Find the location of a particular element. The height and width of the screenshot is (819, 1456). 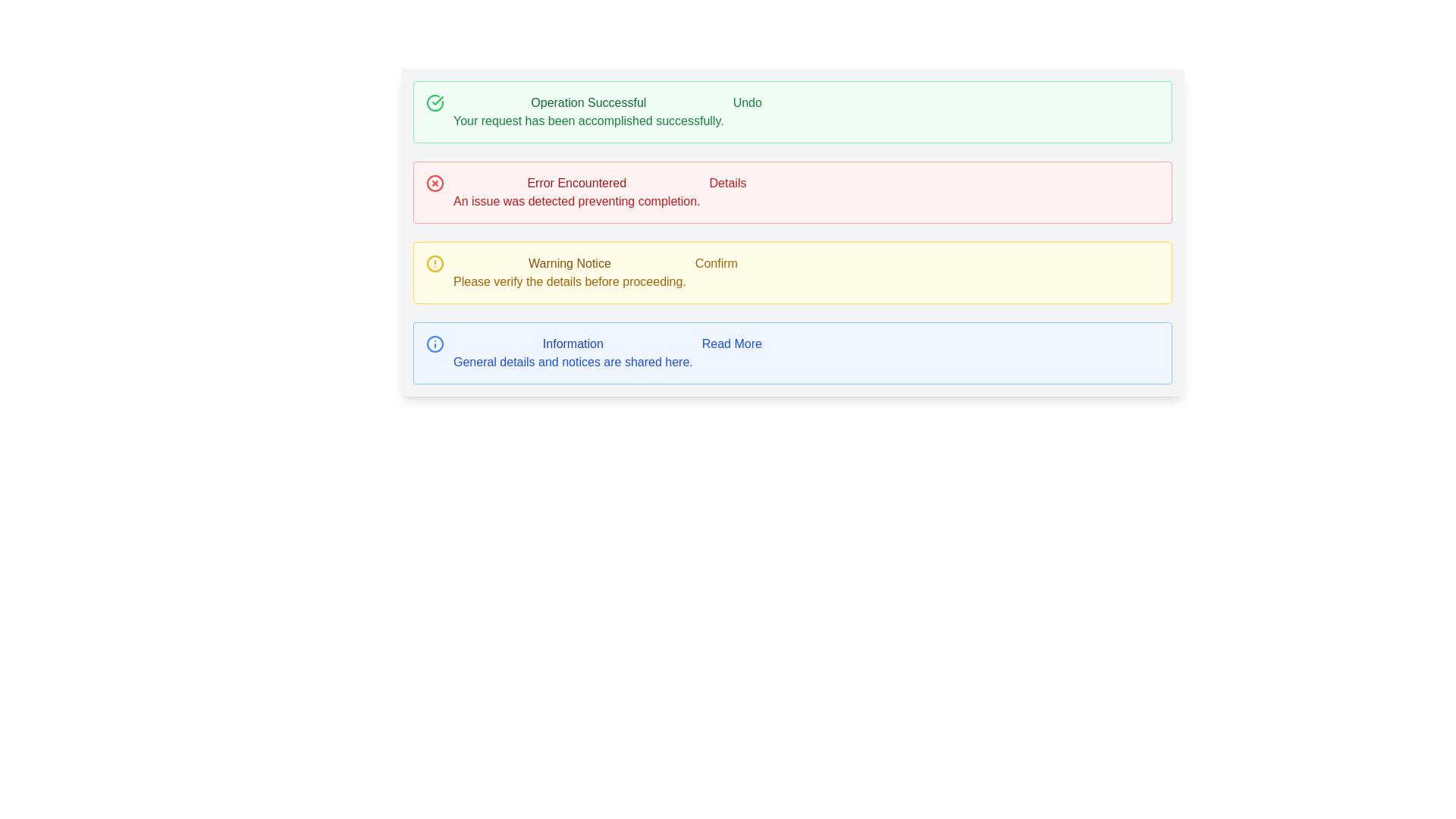

the 'Details' button within the error Notification or Alert Box, which is the second notification in a vertical stack of four notifications is located at coordinates (792, 192).